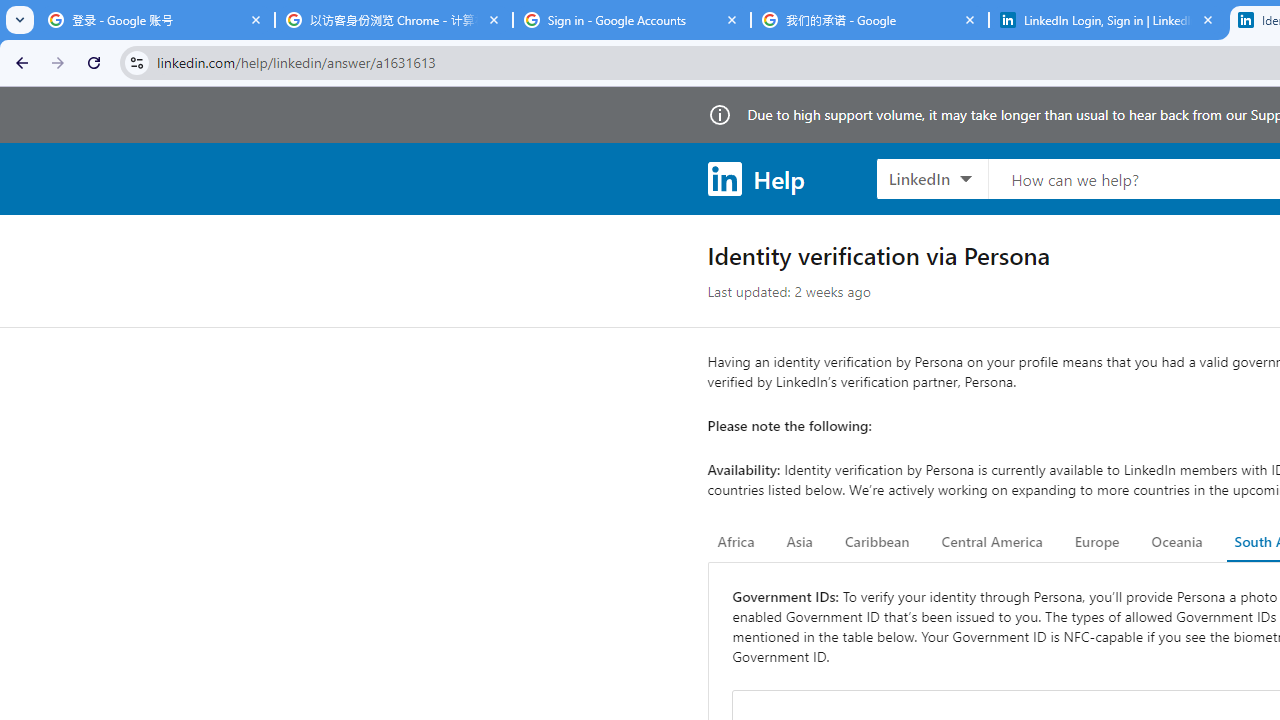 The image size is (1280, 720). Describe the element at coordinates (931, 177) in the screenshot. I see `'LinkedIn products to search, LinkedIn selected'` at that location.